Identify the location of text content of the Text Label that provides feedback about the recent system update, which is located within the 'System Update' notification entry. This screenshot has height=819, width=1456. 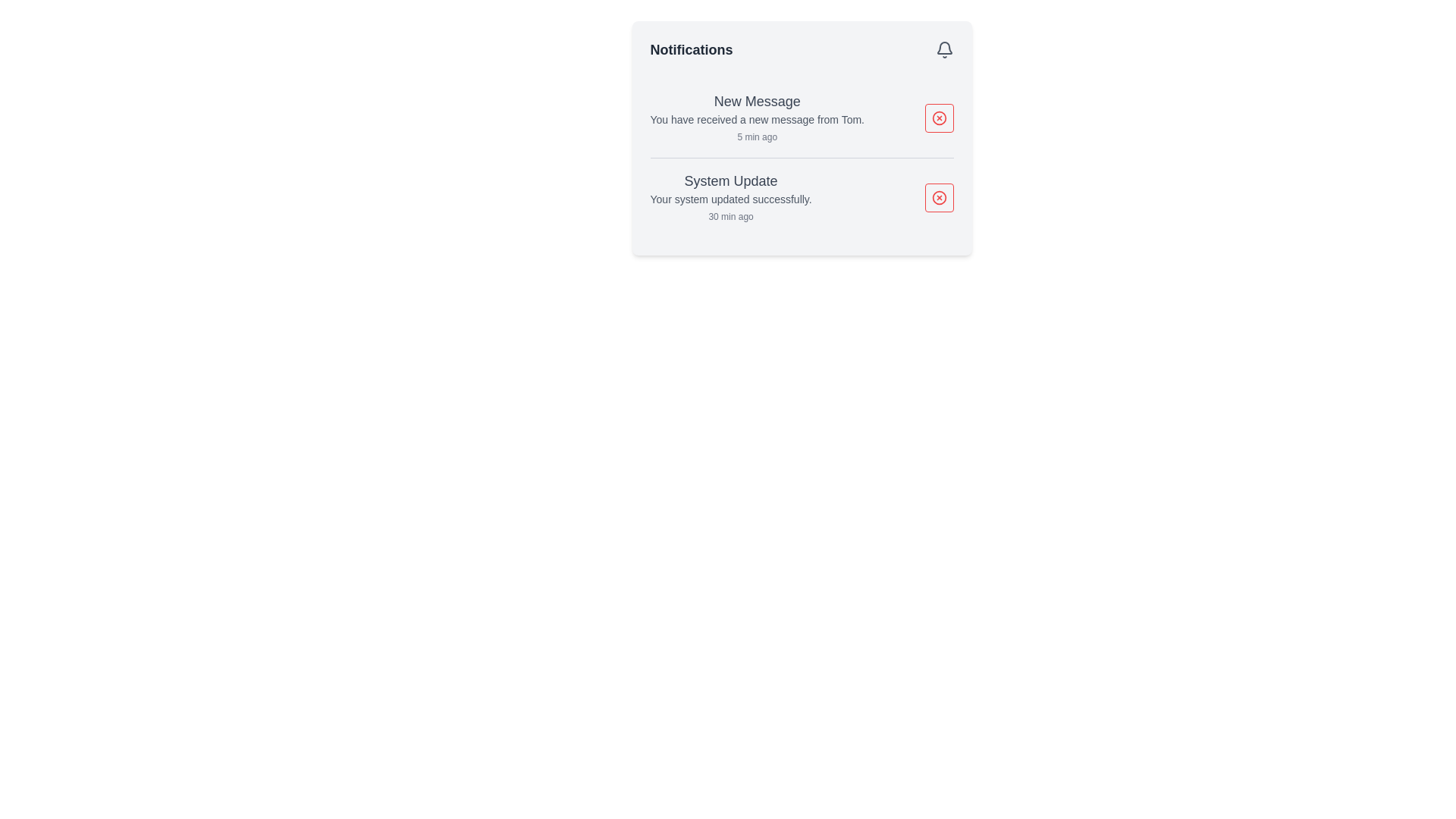
(731, 198).